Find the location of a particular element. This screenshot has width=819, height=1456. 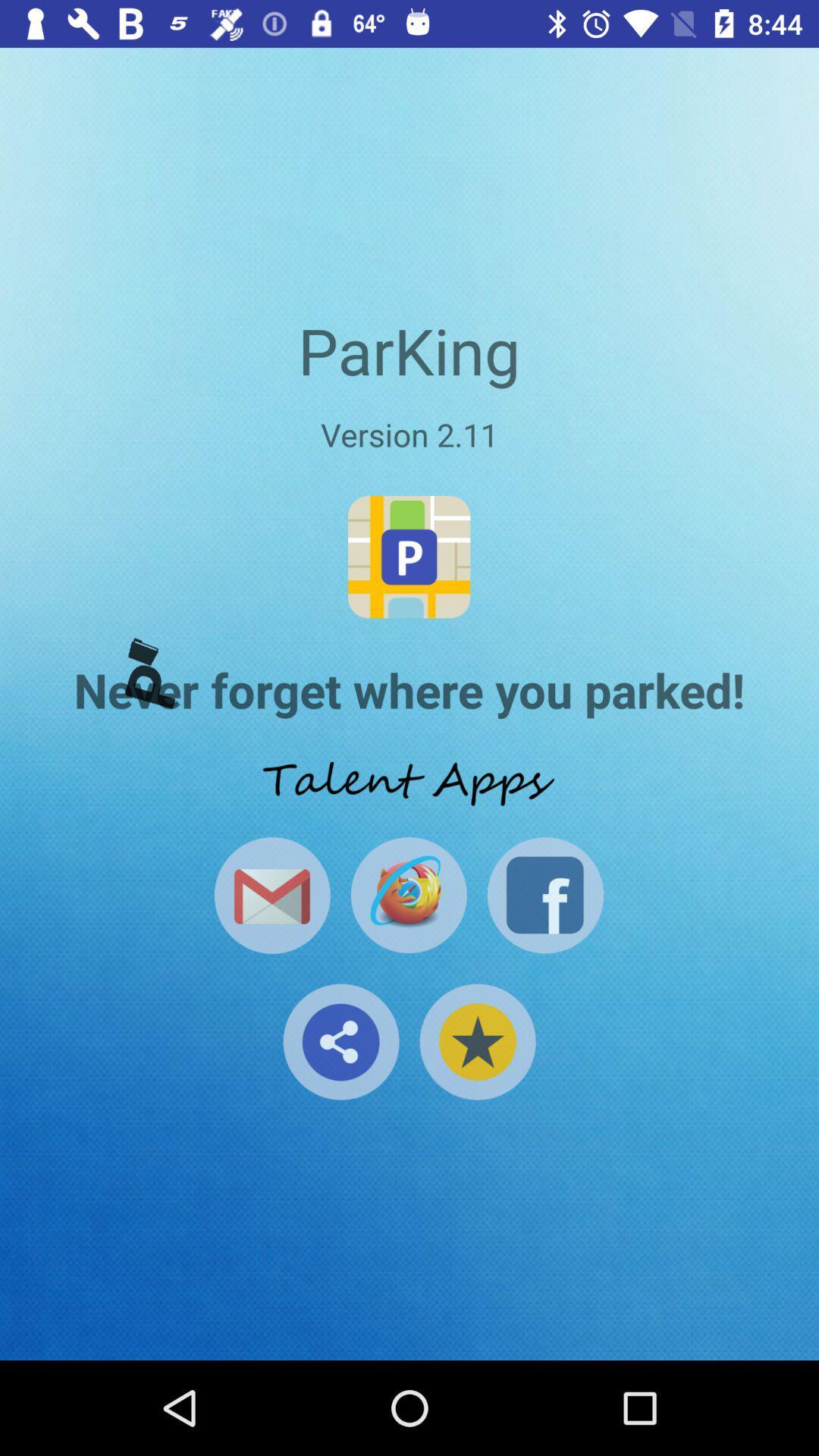

share to facebook is located at coordinates (544, 895).